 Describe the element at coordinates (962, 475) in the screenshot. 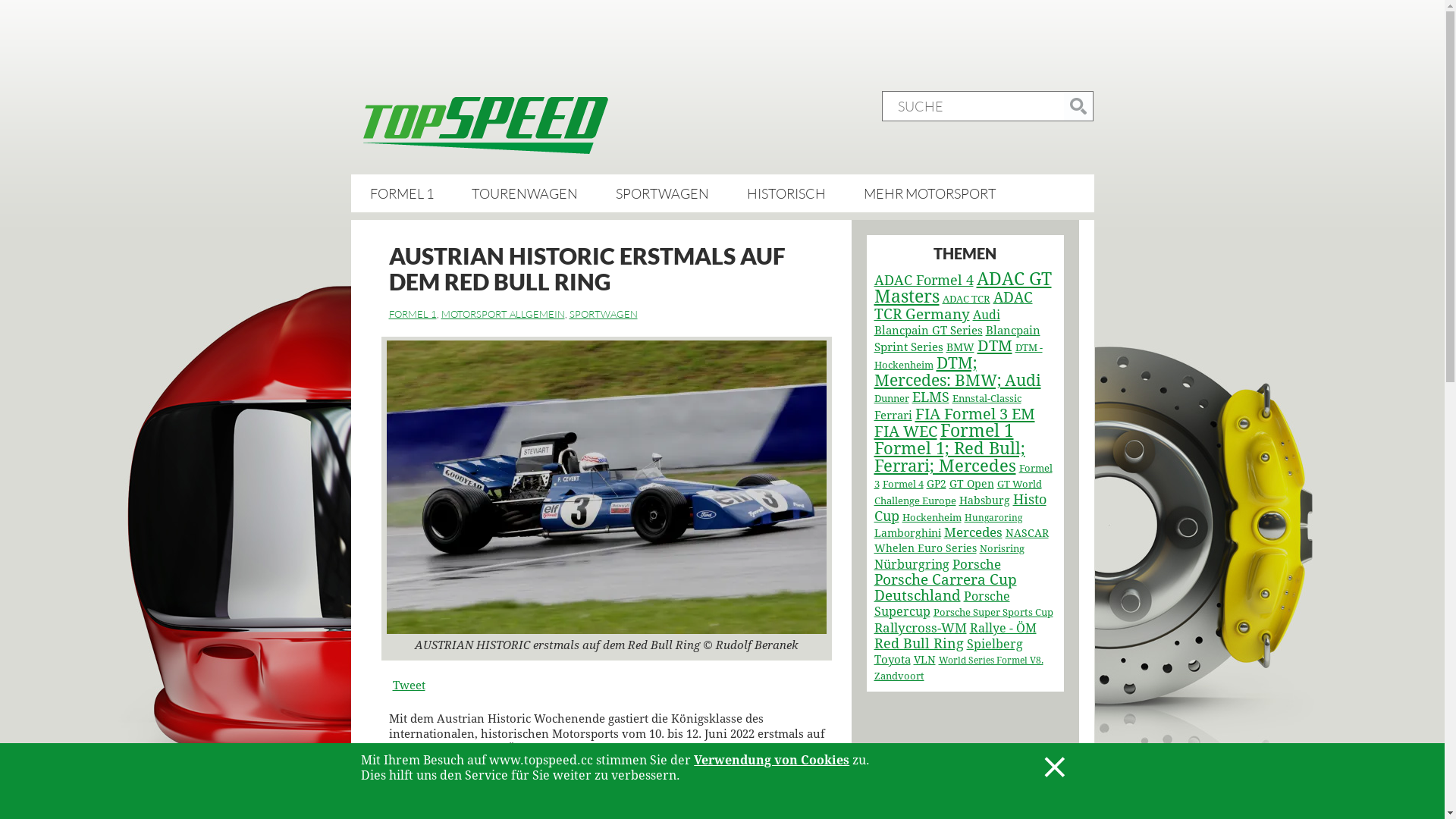

I see `'Formel 3'` at that location.